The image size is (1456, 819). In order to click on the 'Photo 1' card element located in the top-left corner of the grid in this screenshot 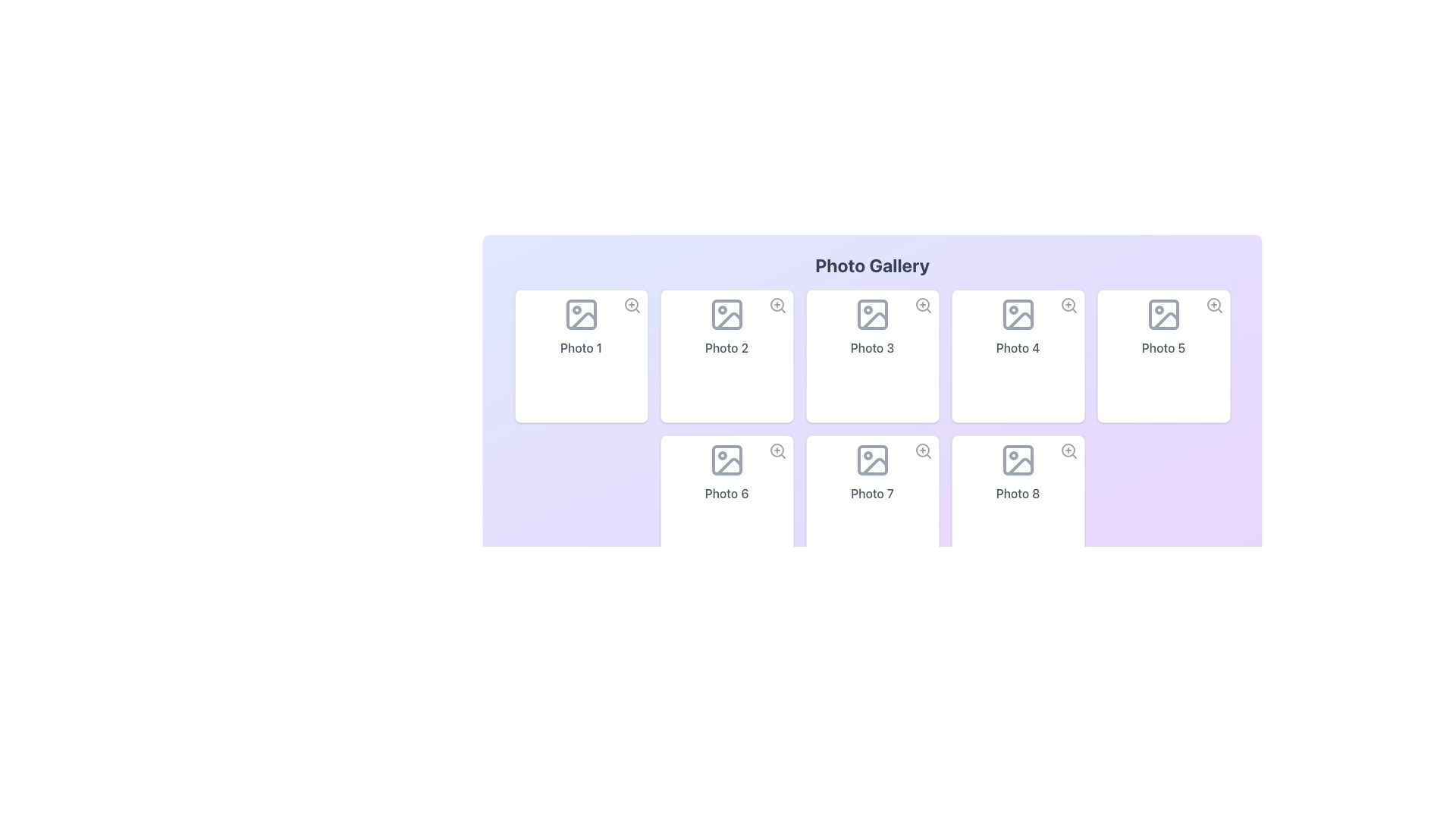, I will do `click(580, 356)`.